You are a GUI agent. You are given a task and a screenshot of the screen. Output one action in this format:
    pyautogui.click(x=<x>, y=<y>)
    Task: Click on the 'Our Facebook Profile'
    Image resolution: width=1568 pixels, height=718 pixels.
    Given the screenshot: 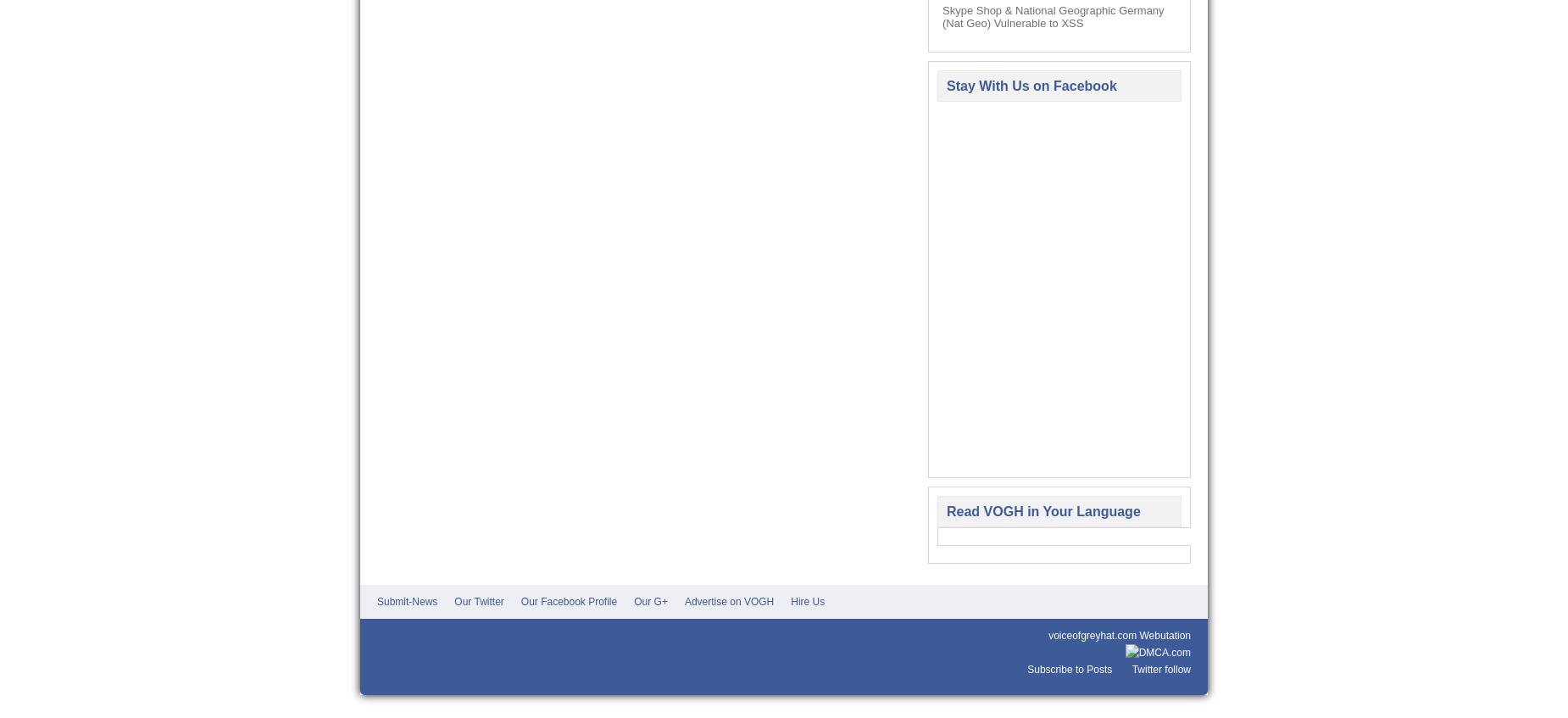 What is the action you would take?
    pyautogui.click(x=568, y=602)
    